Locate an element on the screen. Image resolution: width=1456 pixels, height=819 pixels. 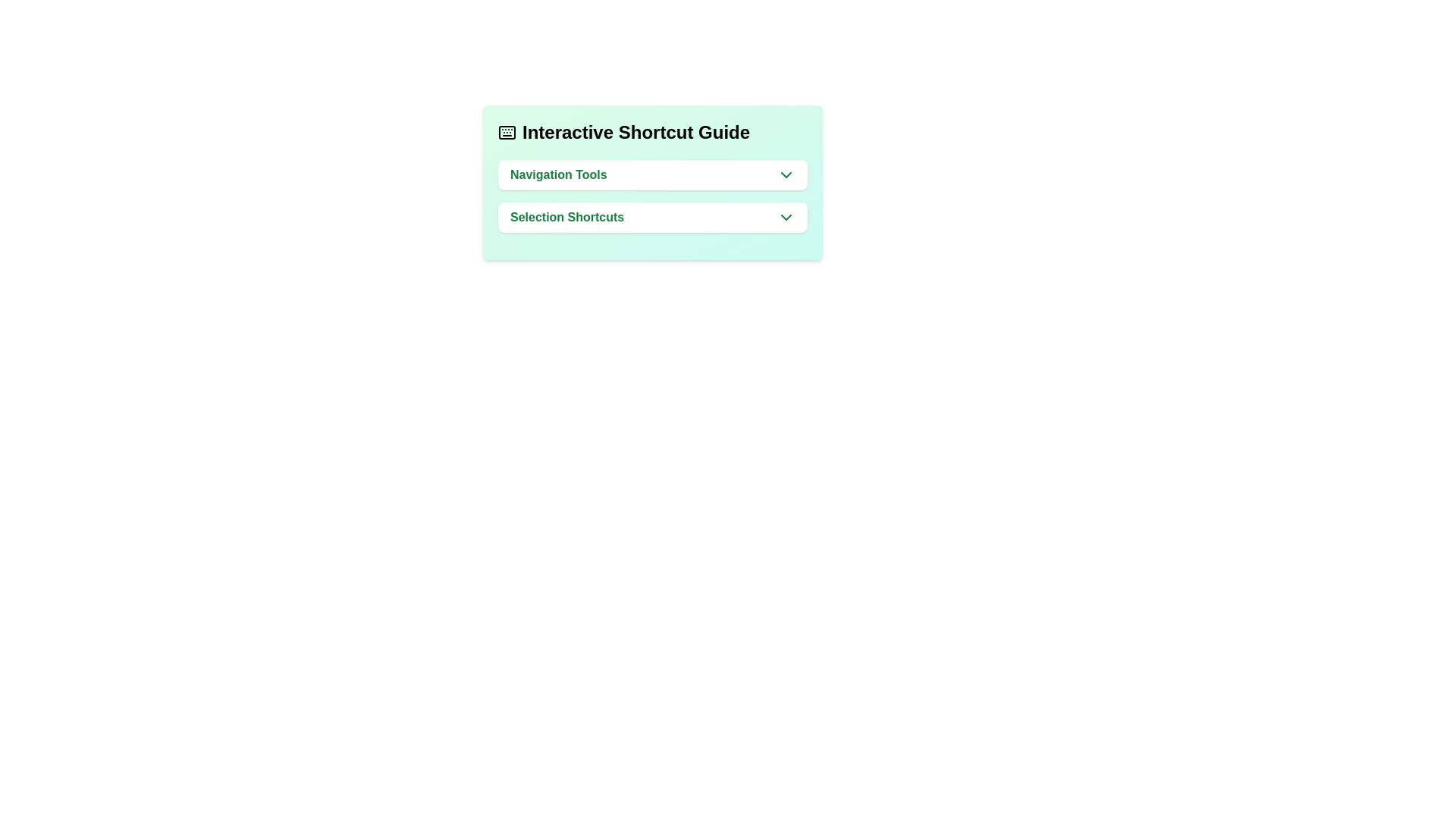
the Chevron Down icon is located at coordinates (786, 174).